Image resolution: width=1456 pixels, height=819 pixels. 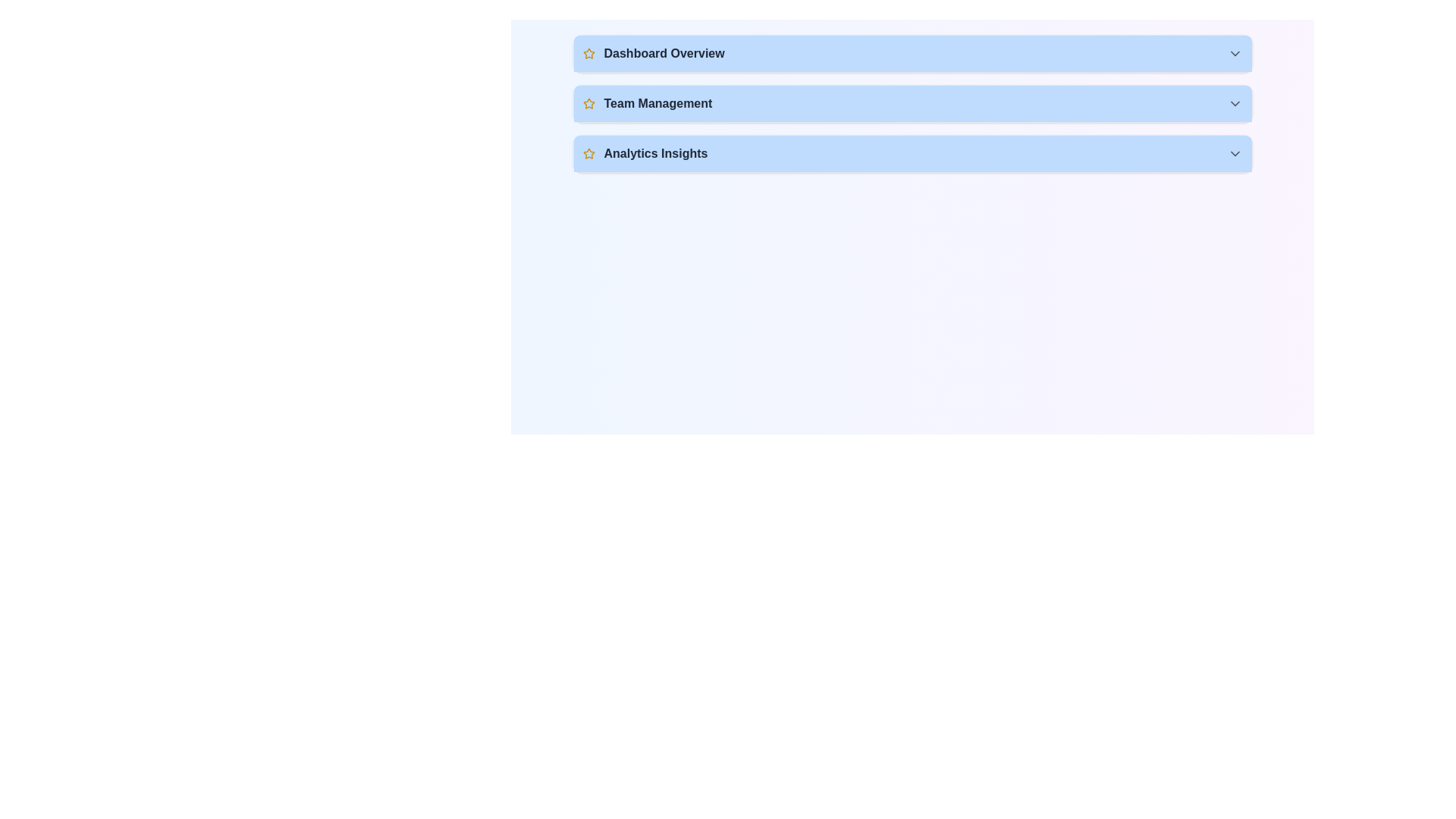 What do you see at coordinates (654, 52) in the screenshot?
I see `the Clickable Section Header with a star icon and bold text reading 'Dashboard Overview'` at bounding box center [654, 52].